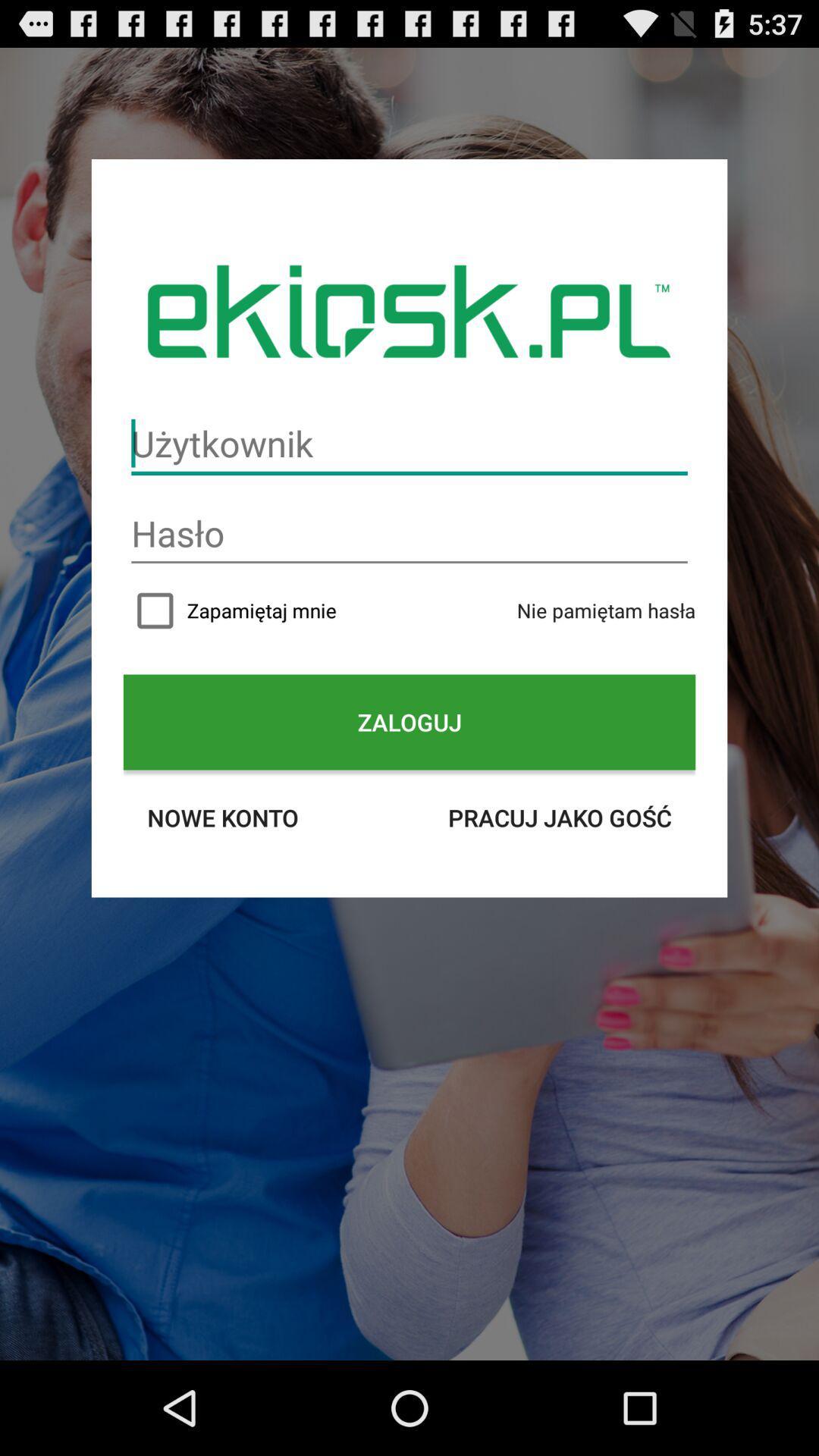 The height and width of the screenshot is (1456, 819). I want to click on button above the zaloguj, so click(409, 610).